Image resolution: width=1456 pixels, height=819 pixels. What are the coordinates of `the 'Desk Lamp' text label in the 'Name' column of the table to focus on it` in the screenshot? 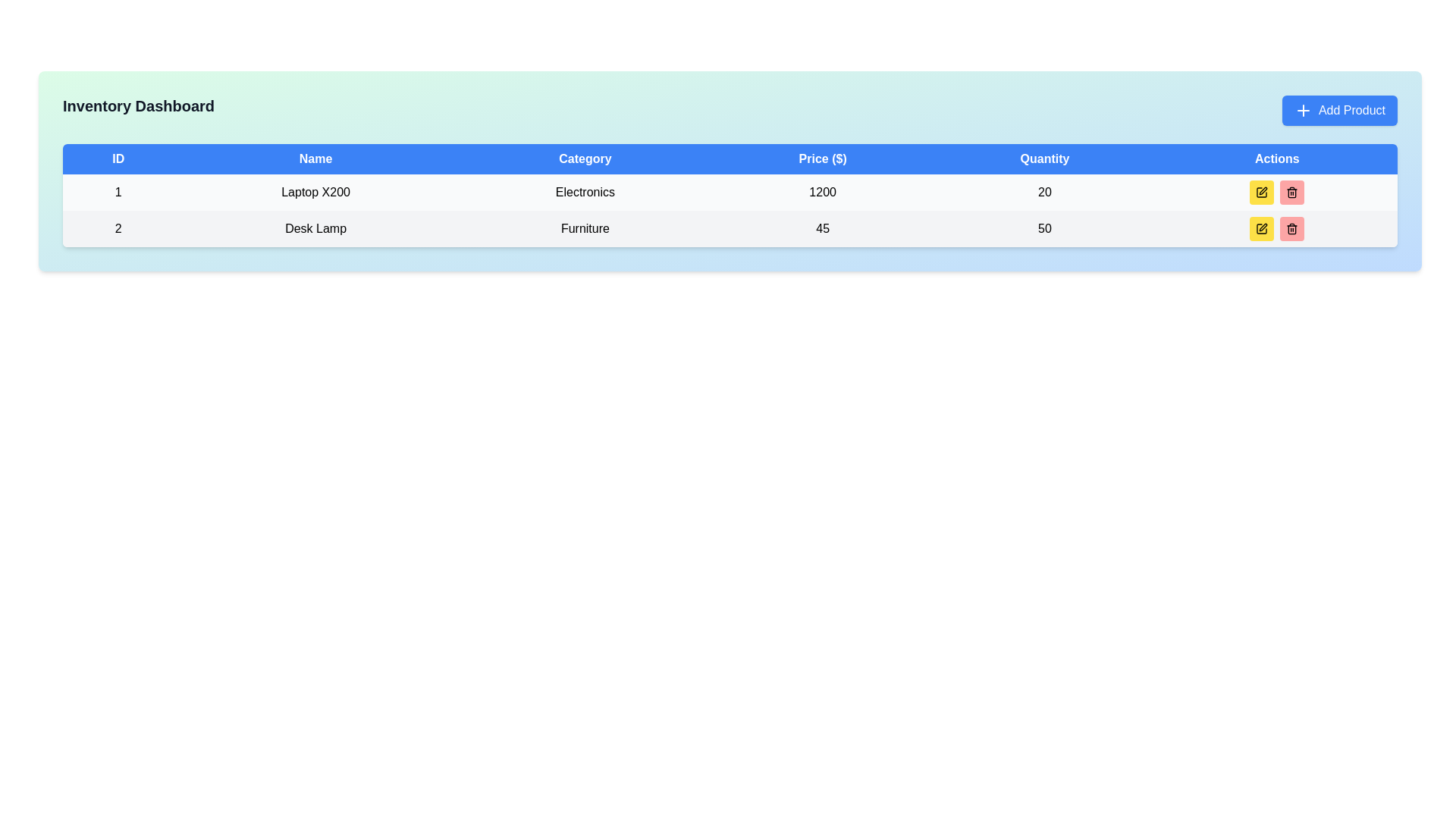 It's located at (315, 228).